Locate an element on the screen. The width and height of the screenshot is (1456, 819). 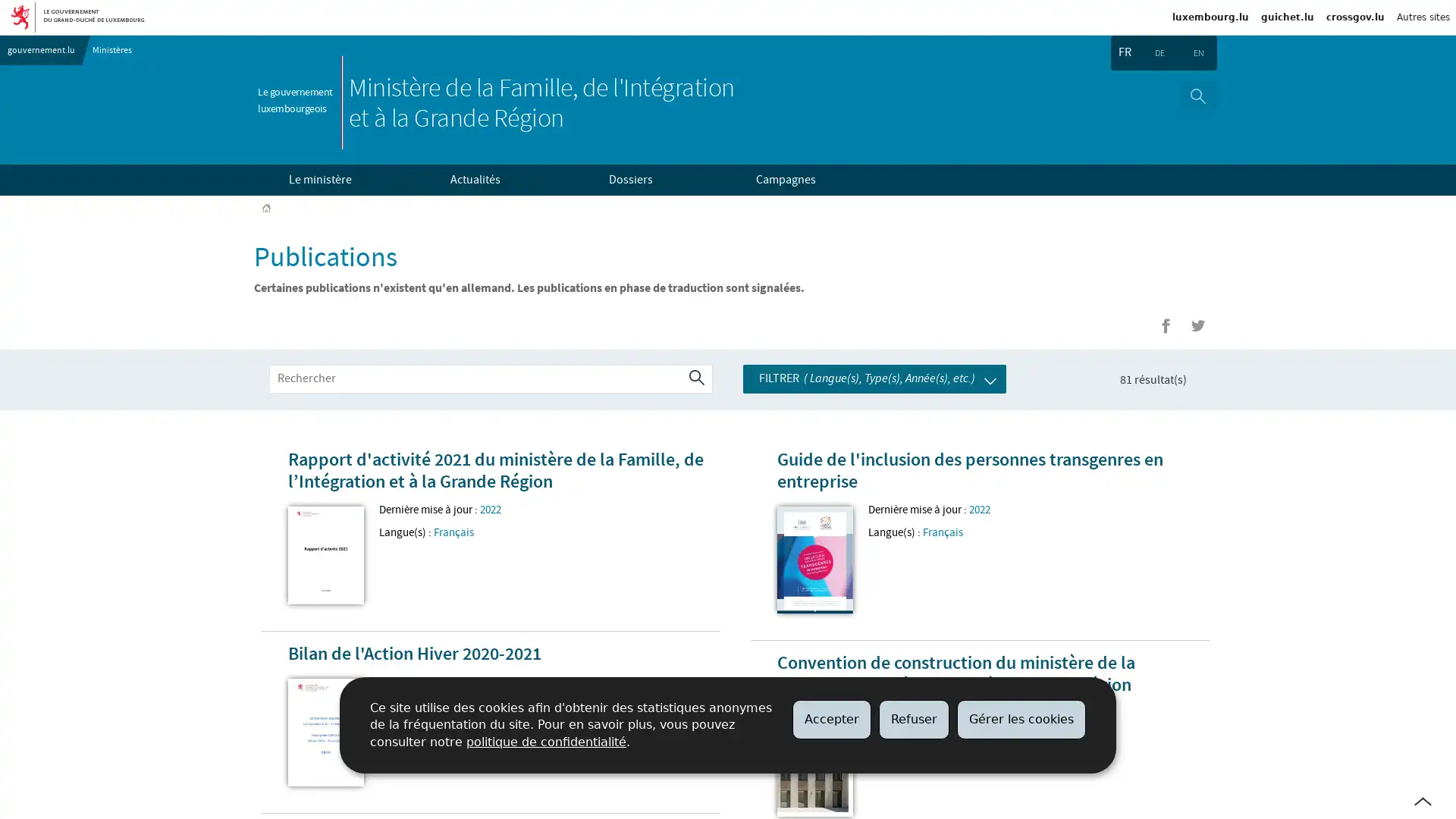
Lancer la recherche () is located at coordinates (695, 379).